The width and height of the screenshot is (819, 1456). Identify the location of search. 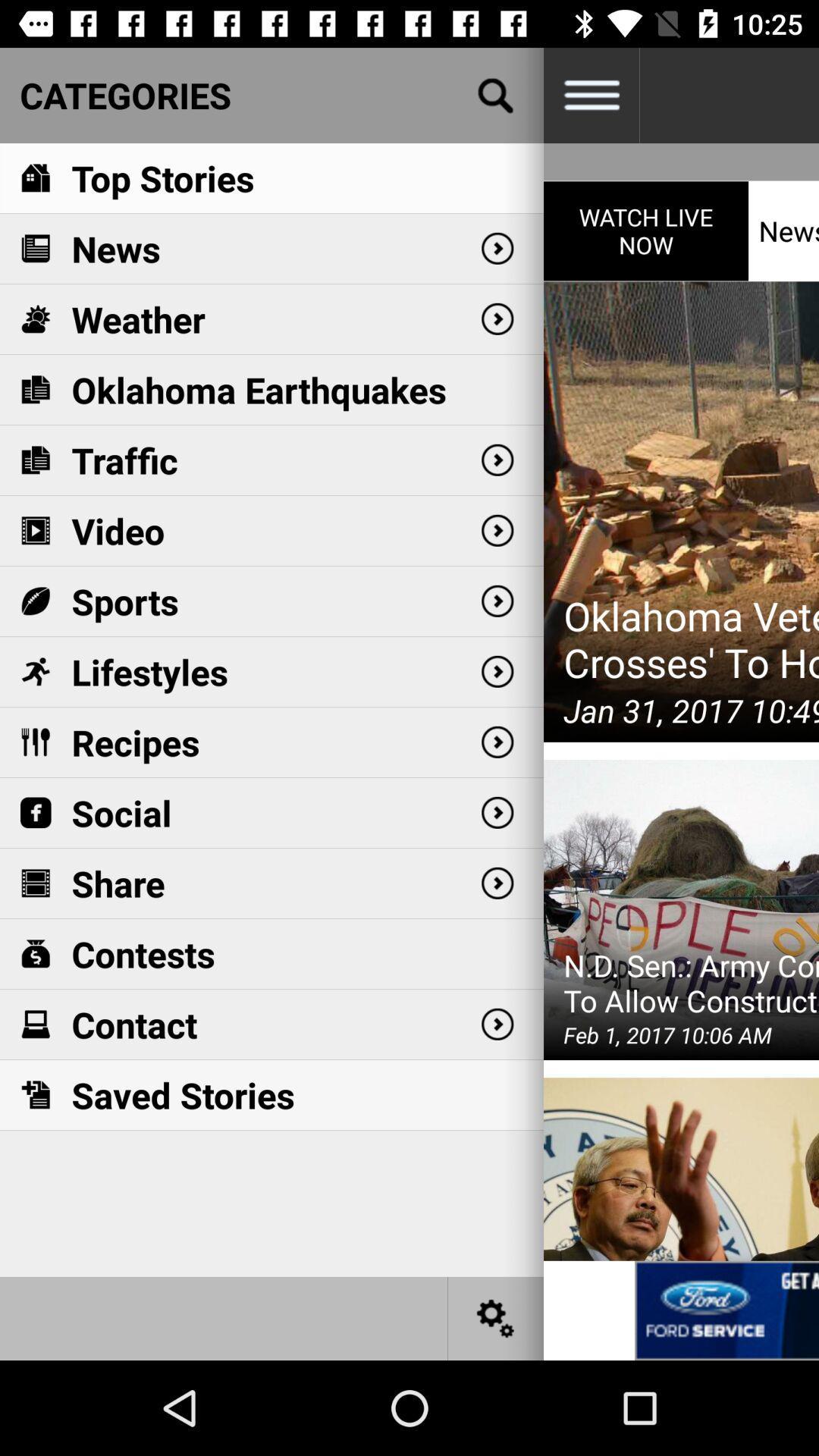
(496, 94).